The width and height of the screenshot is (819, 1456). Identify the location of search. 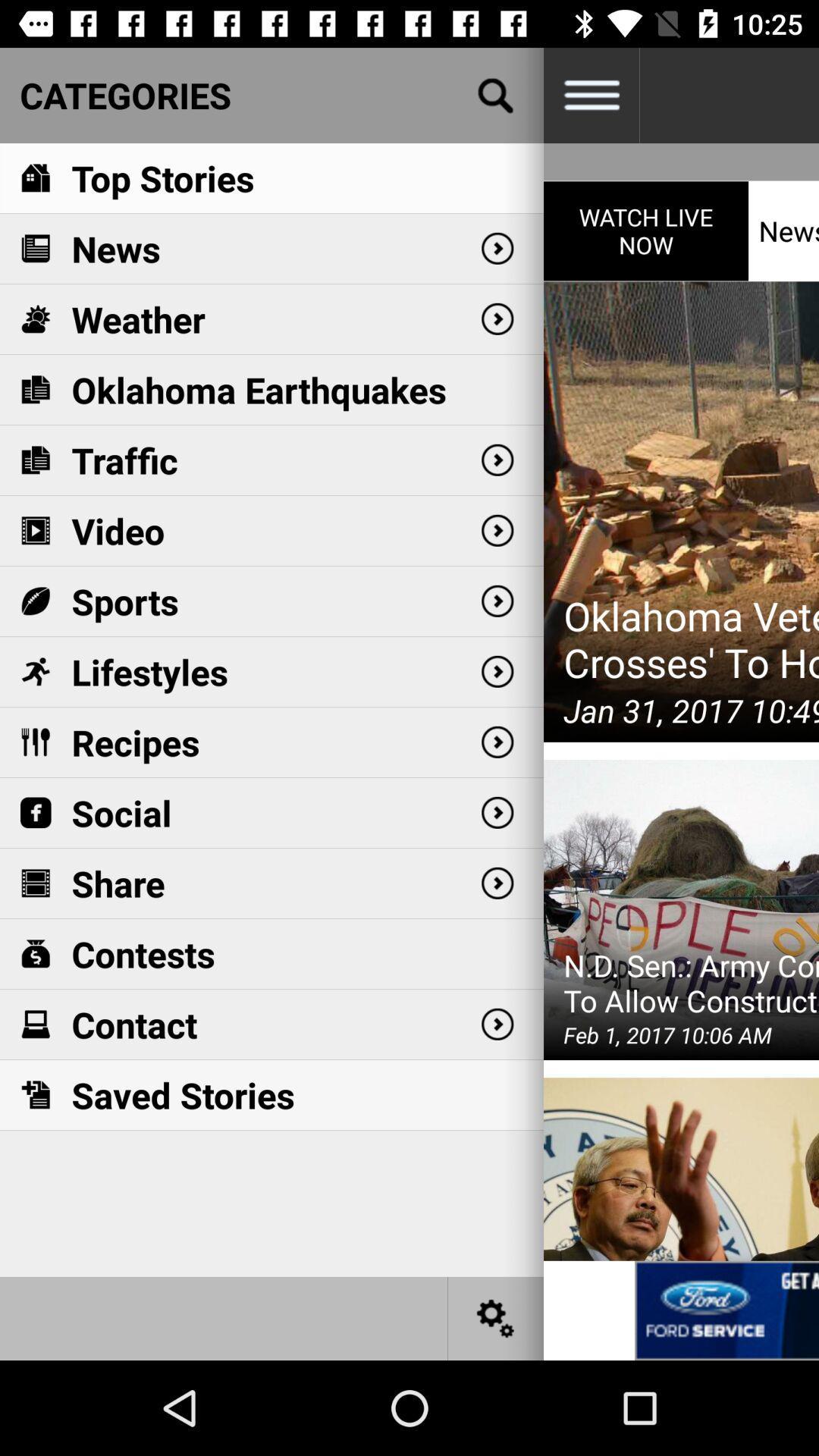
(496, 94).